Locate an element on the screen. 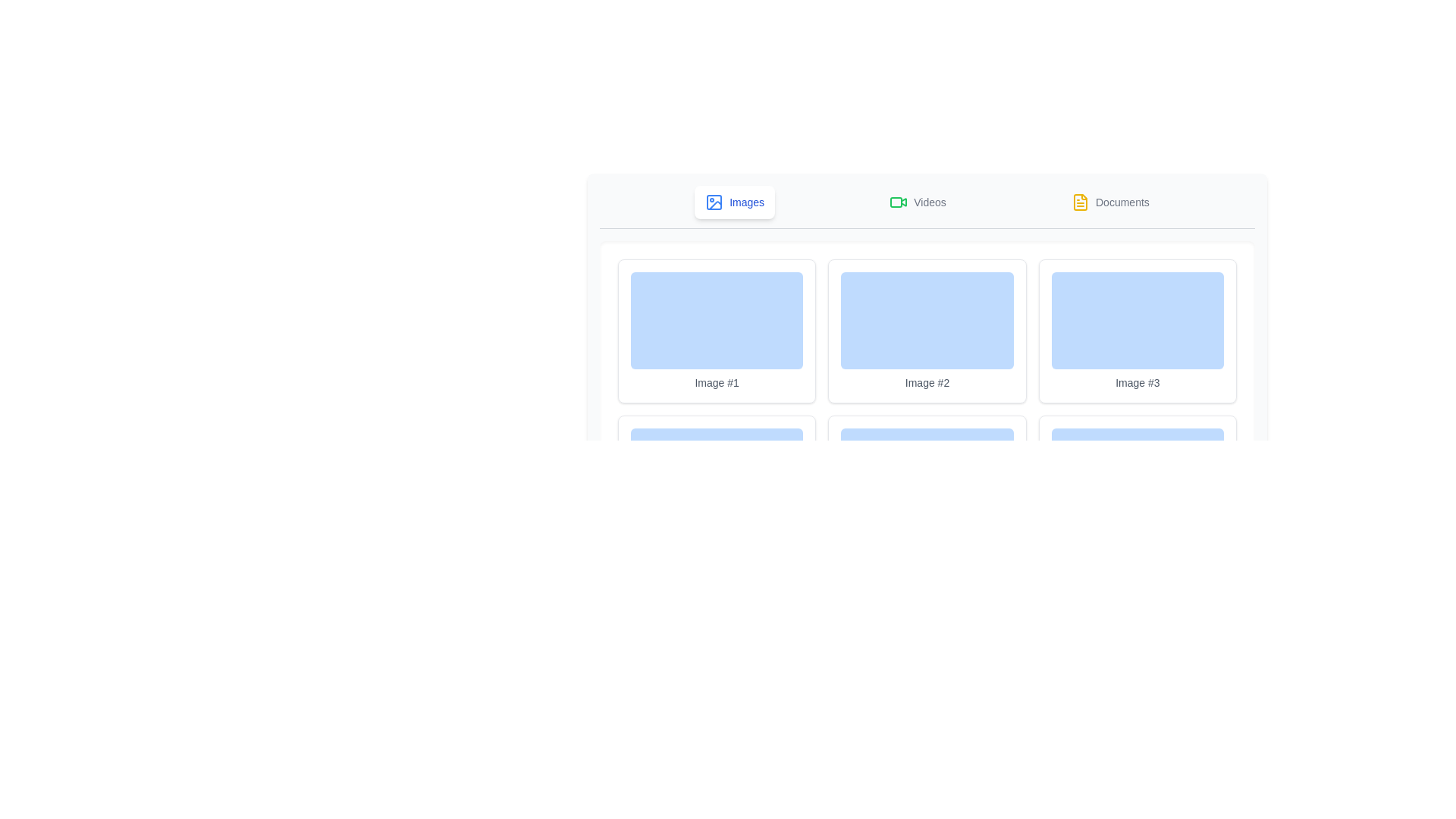  the static text label displaying 'Image #2', which is styled in small gray font and positioned below a blue image placeholder in the card layout is located at coordinates (927, 382).